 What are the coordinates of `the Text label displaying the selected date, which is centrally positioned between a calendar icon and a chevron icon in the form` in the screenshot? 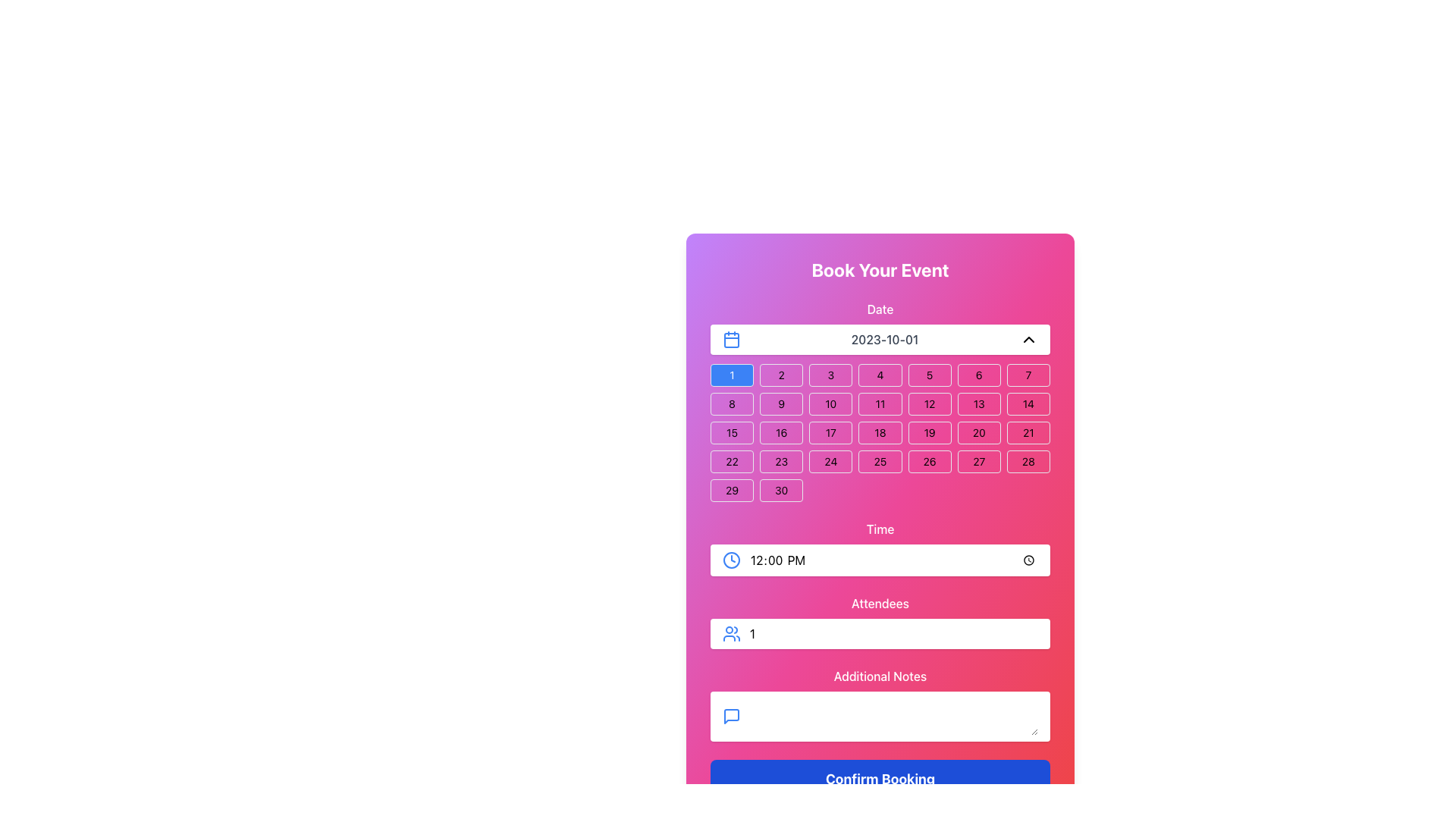 It's located at (884, 338).